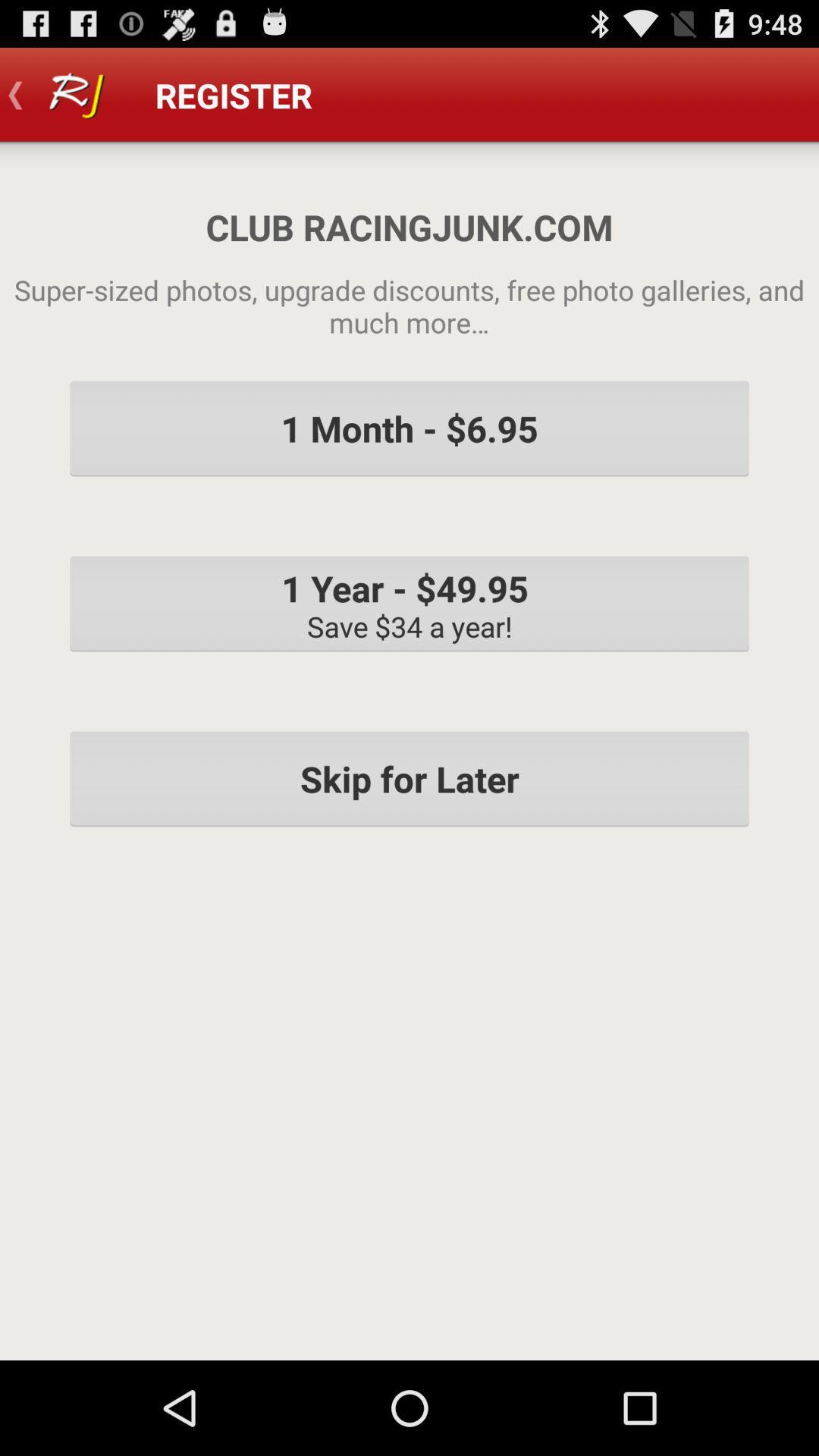  What do you see at coordinates (409, 603) in the screenshot?
I see `the icon above the skip for later item` at bounding box center [409, 603].